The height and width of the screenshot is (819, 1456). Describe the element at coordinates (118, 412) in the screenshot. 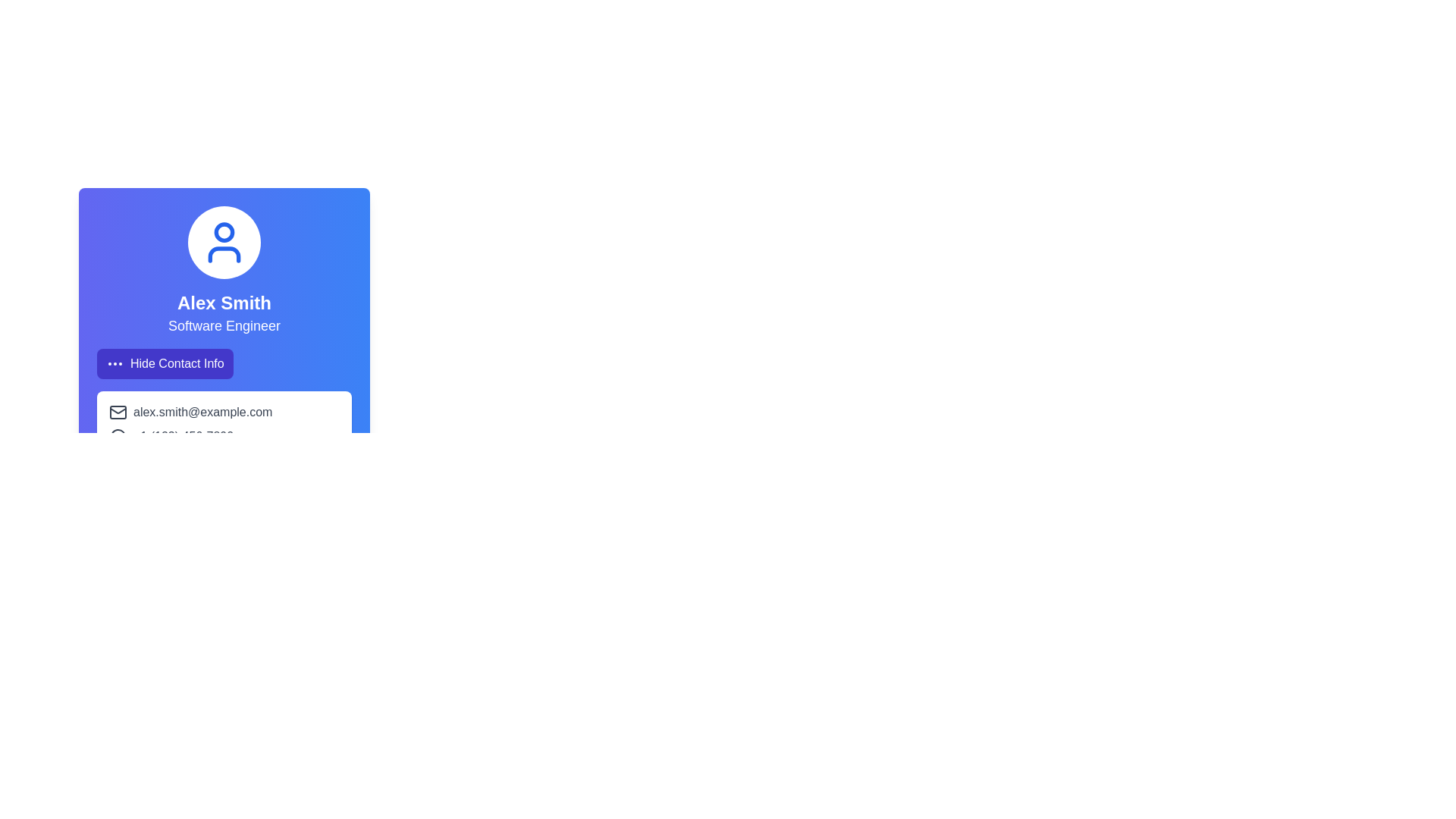

I see `the envelope icon that represents email, styled with a black stroke and a white background, located beside the email address 'alex.smith@example.com'` at that location.